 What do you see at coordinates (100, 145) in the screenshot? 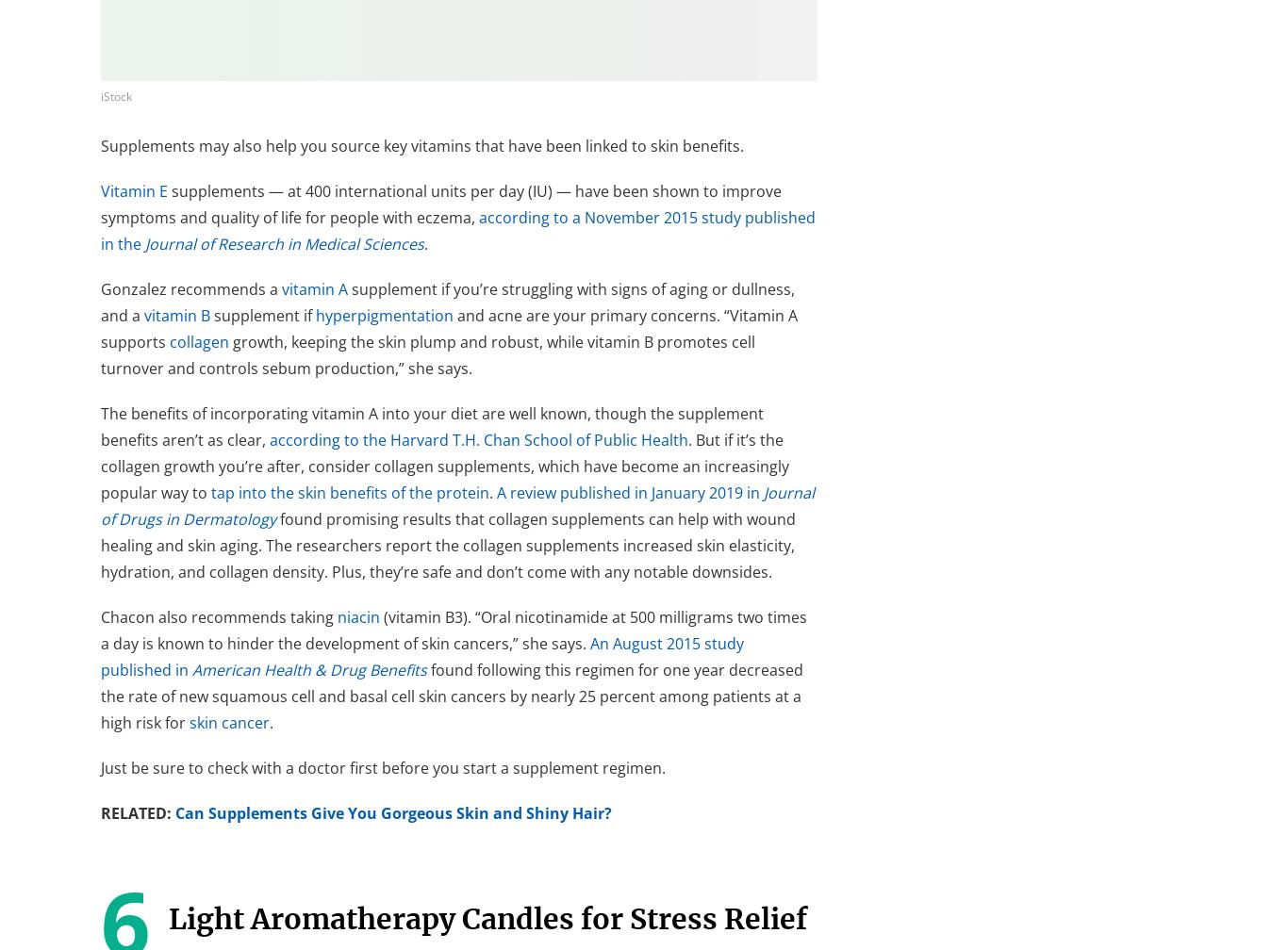
I see `'Supplements may also help you source key vitamins that have been linked to skin benefits.'` at bounding box center [100, 145].